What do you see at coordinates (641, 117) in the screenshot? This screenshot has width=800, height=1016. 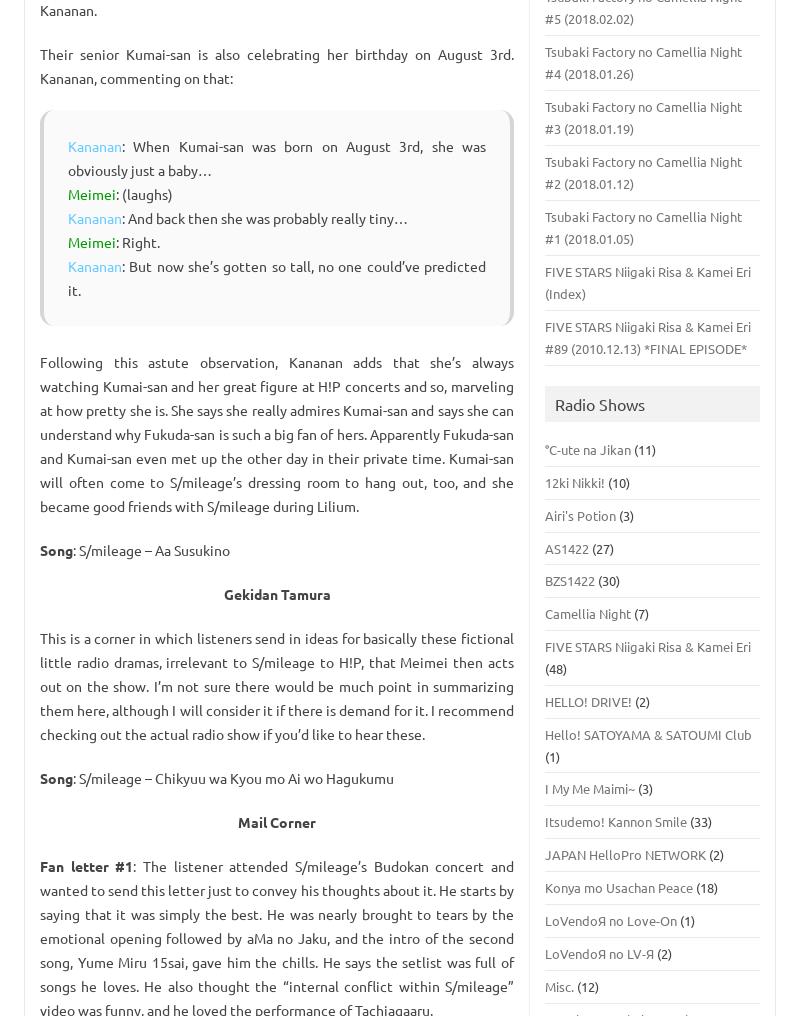 I see `'Tsubaki Factory no Camellia Night #3 (2018.01.19)'` at bounding box center [641, 117].